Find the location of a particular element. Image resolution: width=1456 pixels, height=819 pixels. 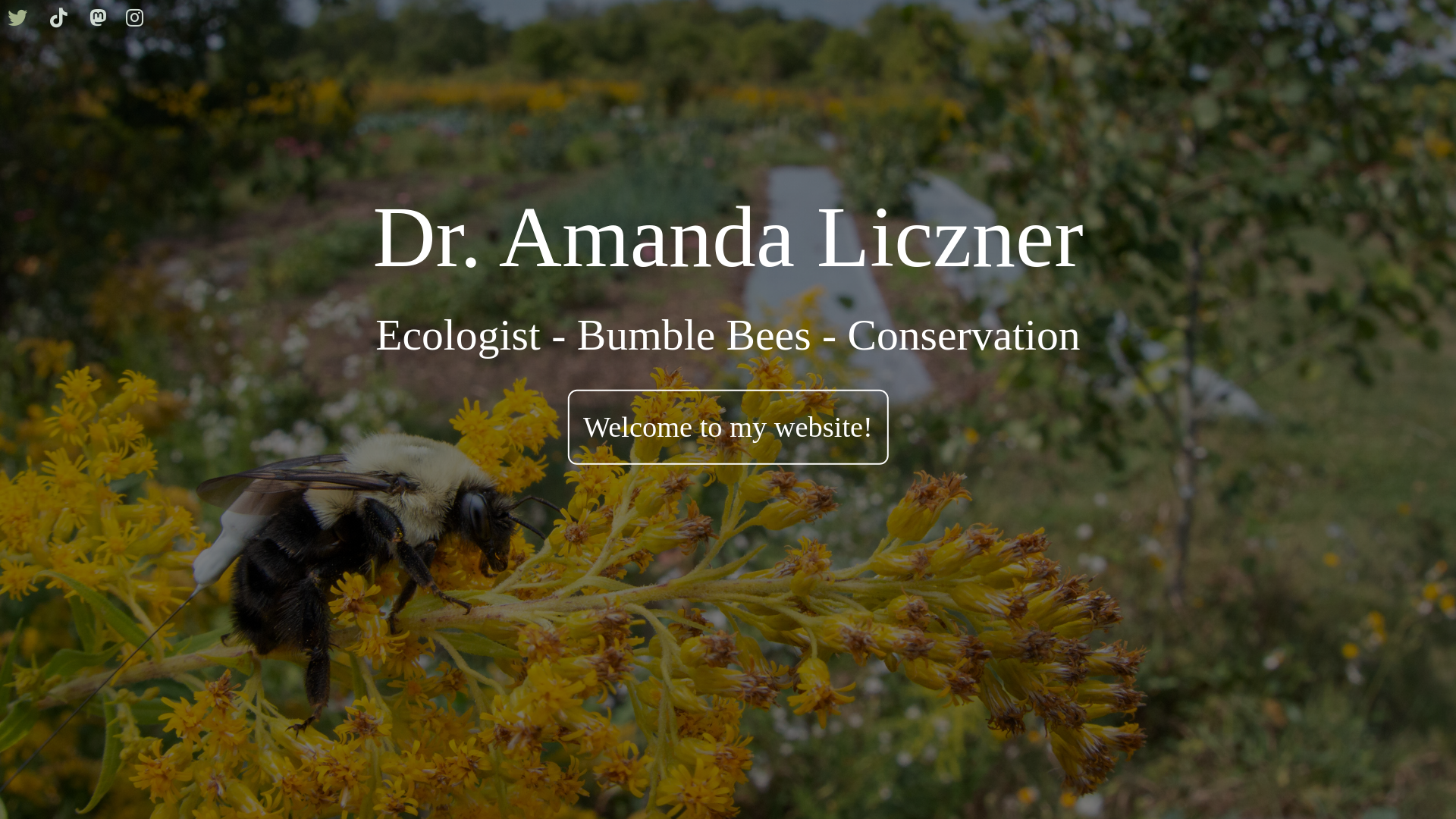

'Welcome to my website!' is located at coordinates (726, 427).